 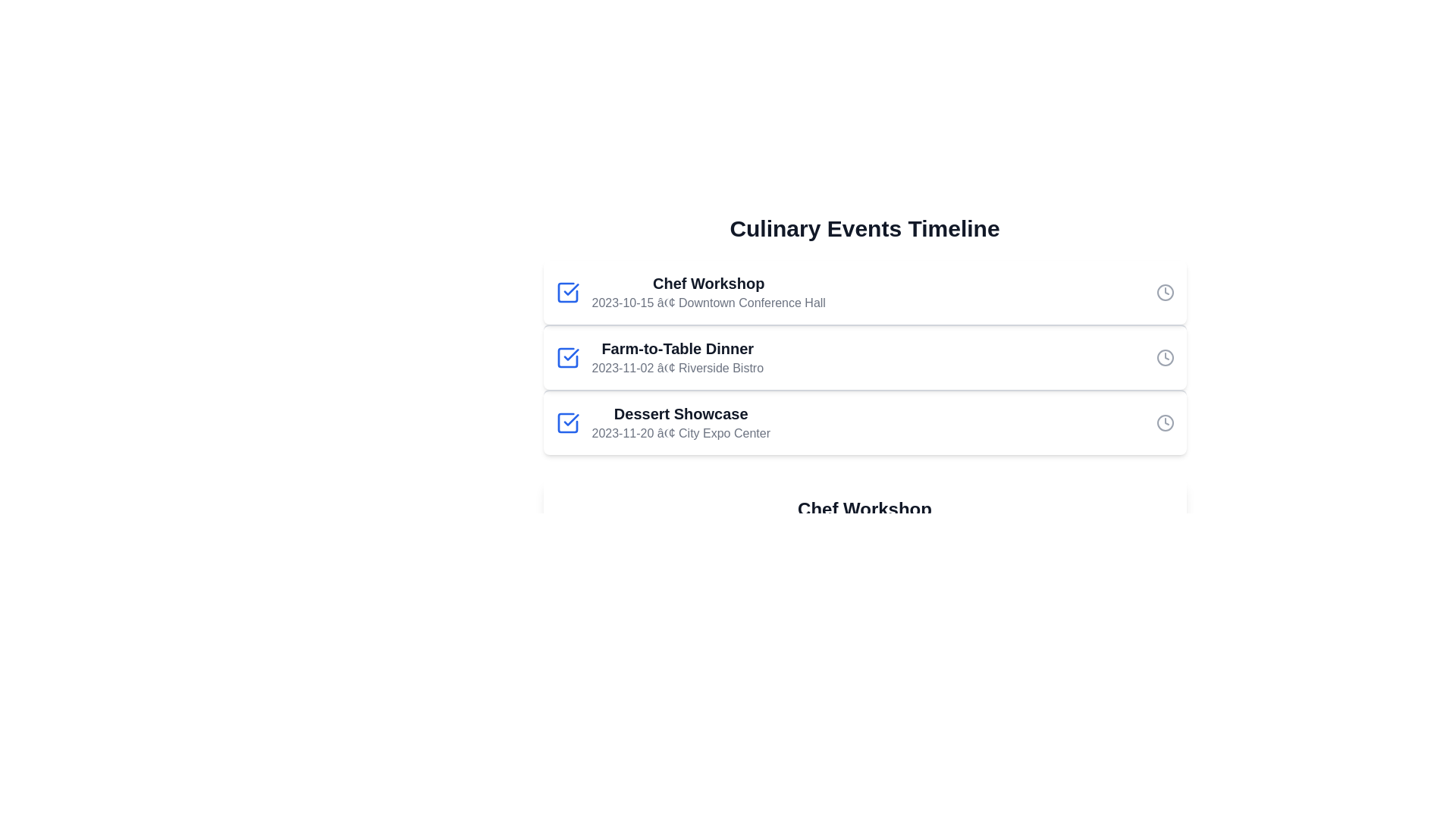 What do you see at coordinates (708, 303) in the screenshot?
I see `the Text display that provides details about the 'Chef Workshop' event, located below the header within the event card layout` at bounding box center [708, 303].